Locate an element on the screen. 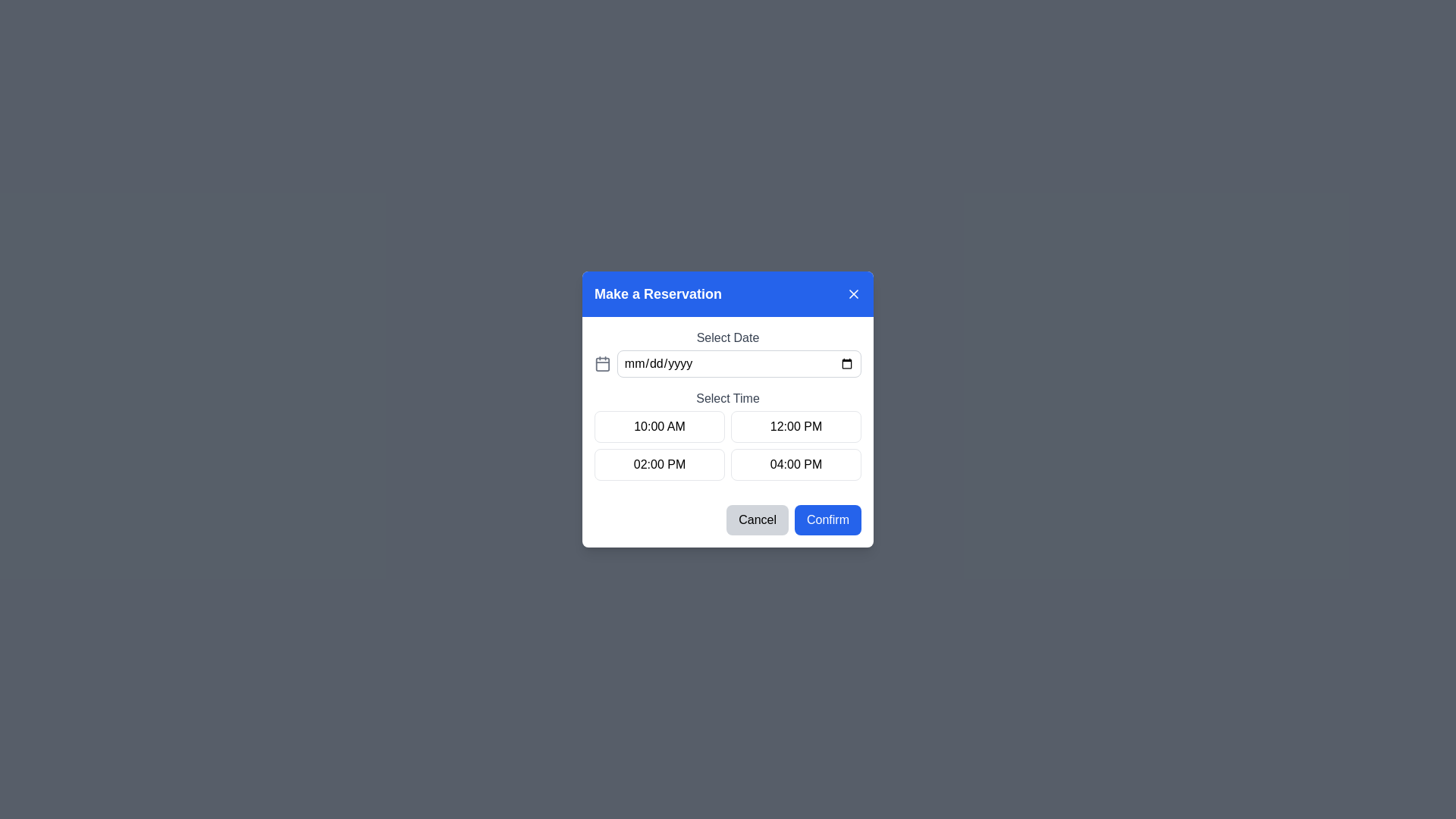 Image resolution: width=1456 pixels, height=819 pixels. the cancel button located at the bottom of the modal dialog box to observe the hover effect is located at coordinates (758, 519).